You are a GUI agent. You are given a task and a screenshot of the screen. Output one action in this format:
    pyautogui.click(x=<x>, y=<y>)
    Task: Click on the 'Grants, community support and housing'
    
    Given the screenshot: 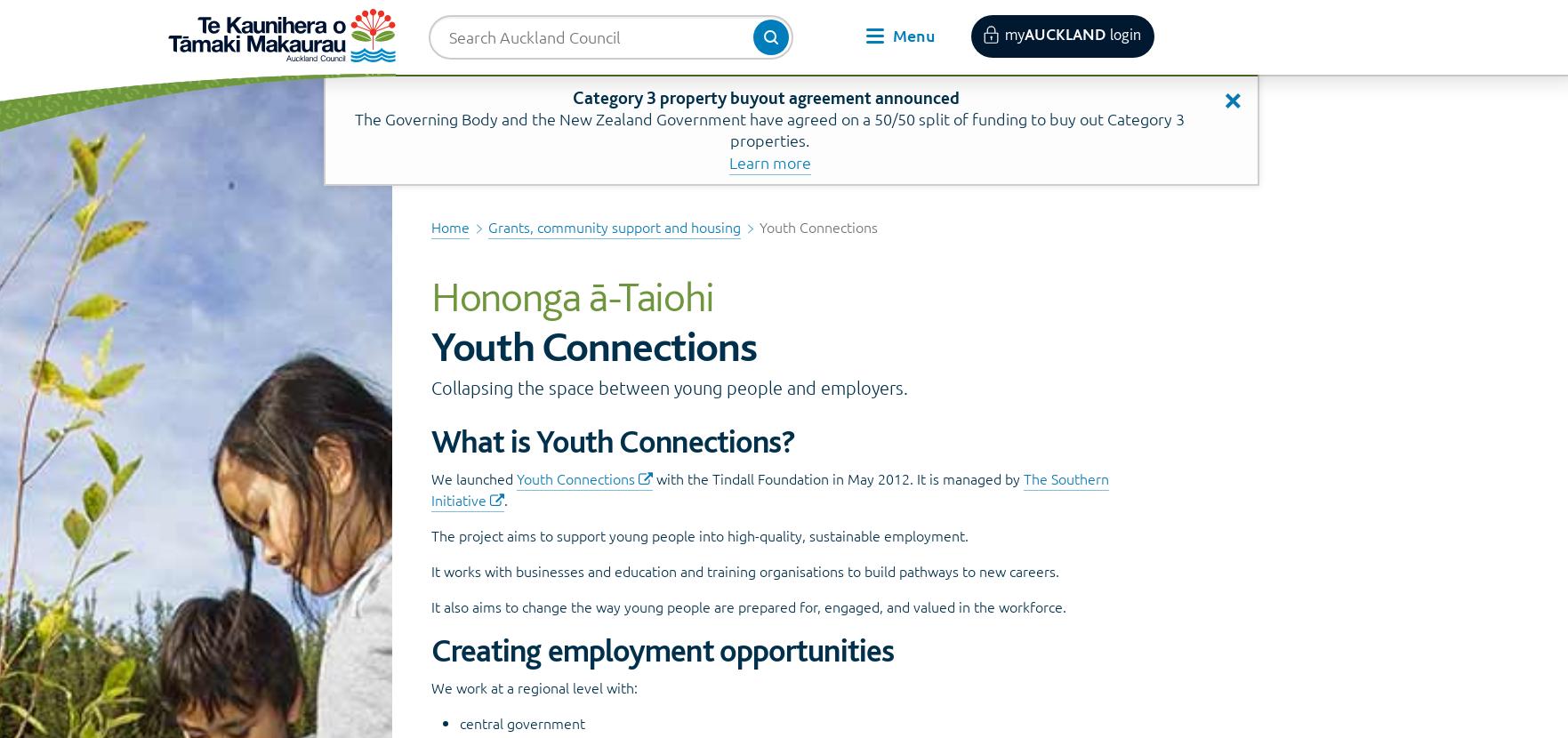 What is the action you would take?
    pyautogui.click(x=614, y=226)
    